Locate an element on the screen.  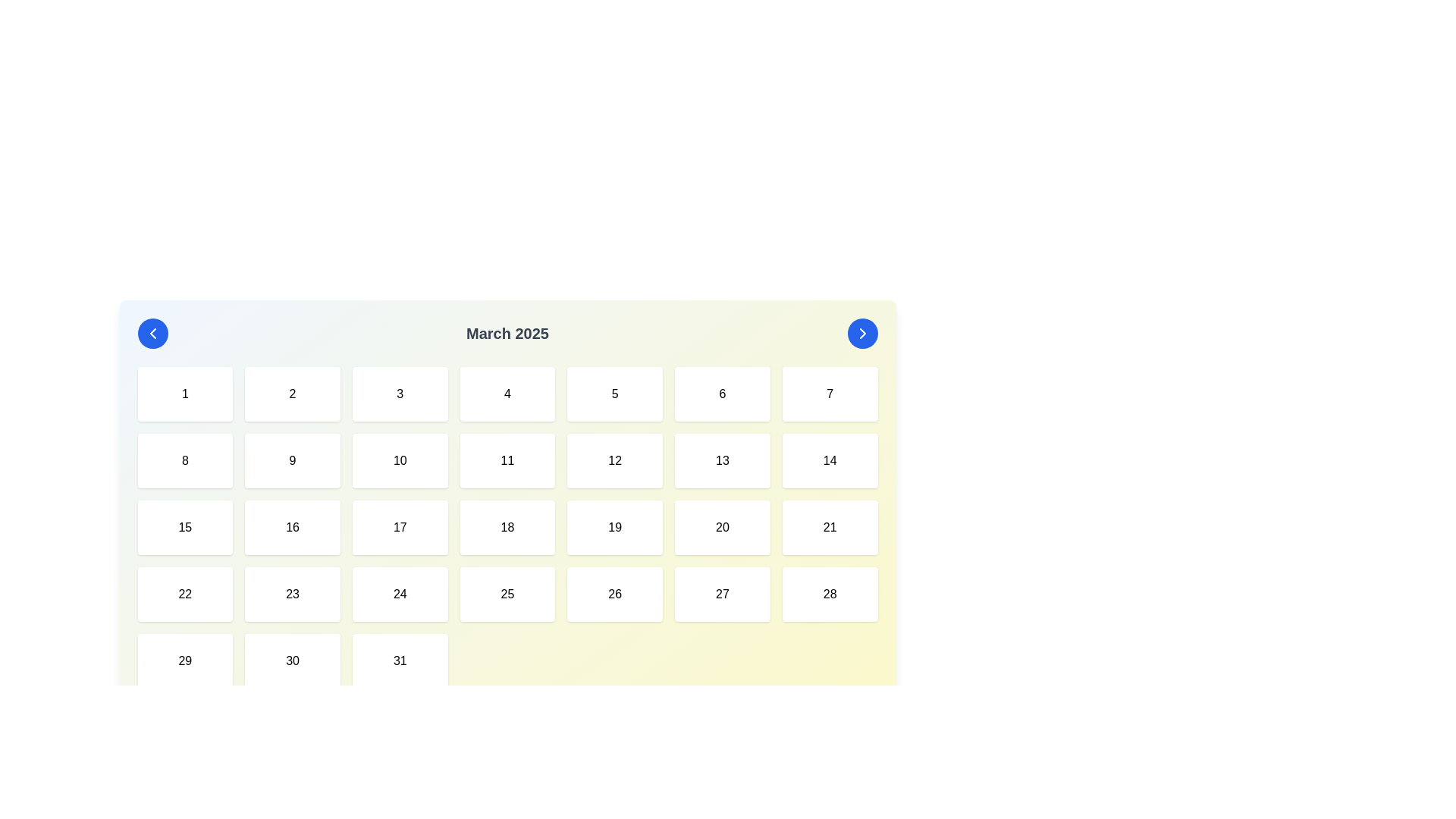
the button-like grid cell displaying the number '9' which is styled with rounded corners and a shadow effect, located in the second row and second column of the grid layout is located at coordinates (293, 460).